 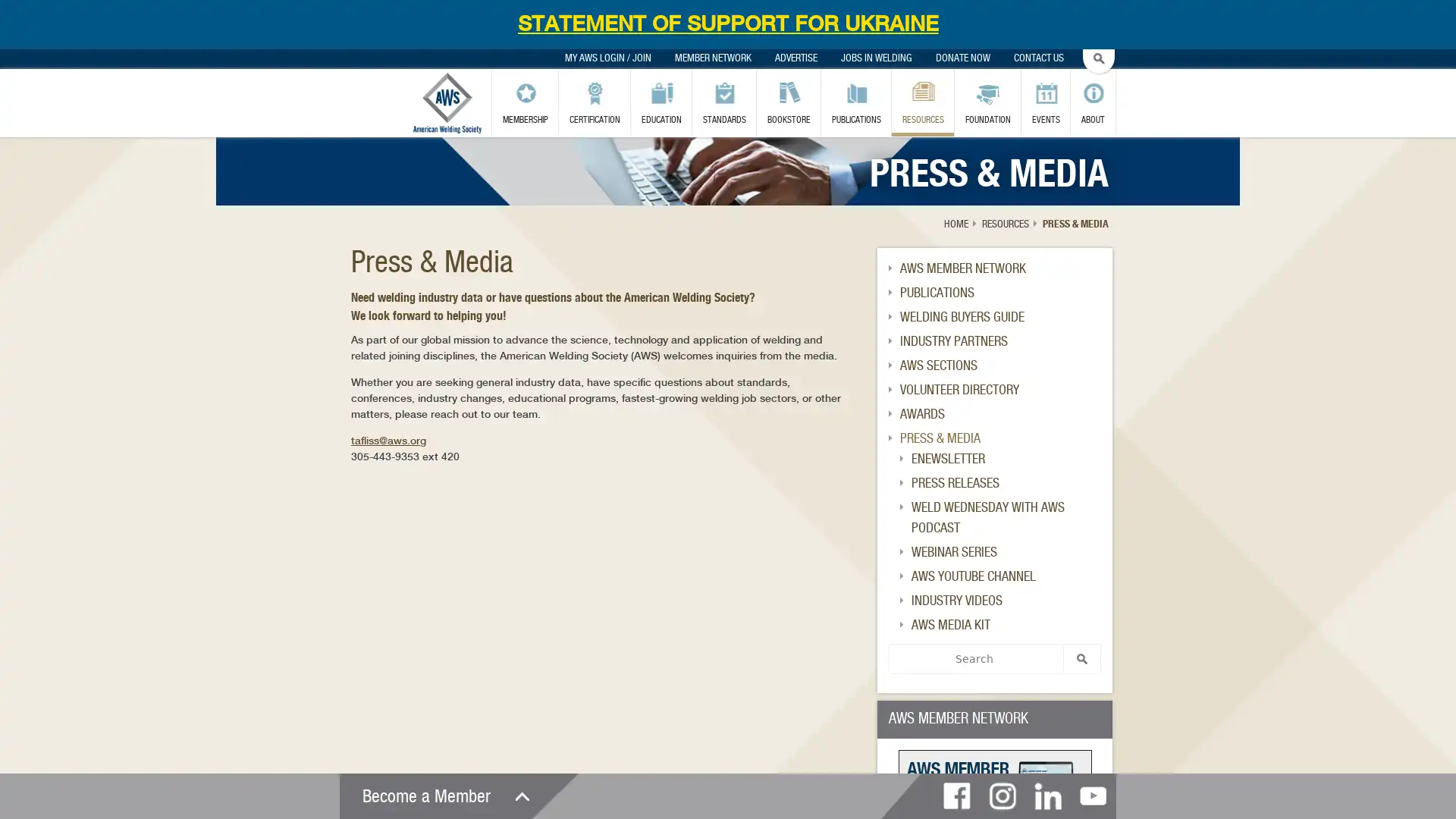 What do you see at coordinates (1003, 107) in the screenshot?
I see `Decline` at bounding box center [1003, 107].